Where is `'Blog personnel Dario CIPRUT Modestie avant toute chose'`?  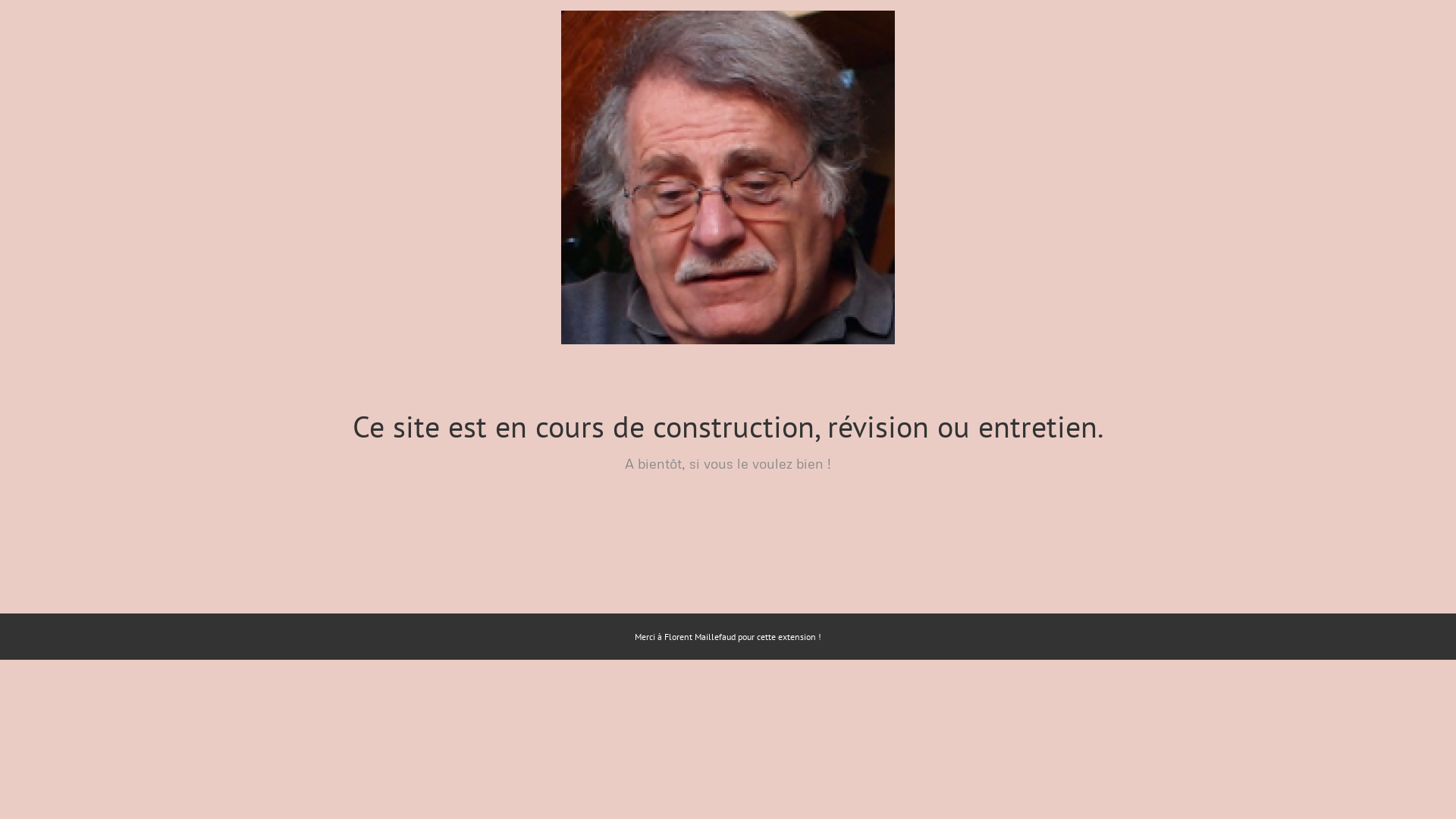 'Blog personnel Dario CIPRUT Modestie avant toute chose' is located at coordinates (728, 177).